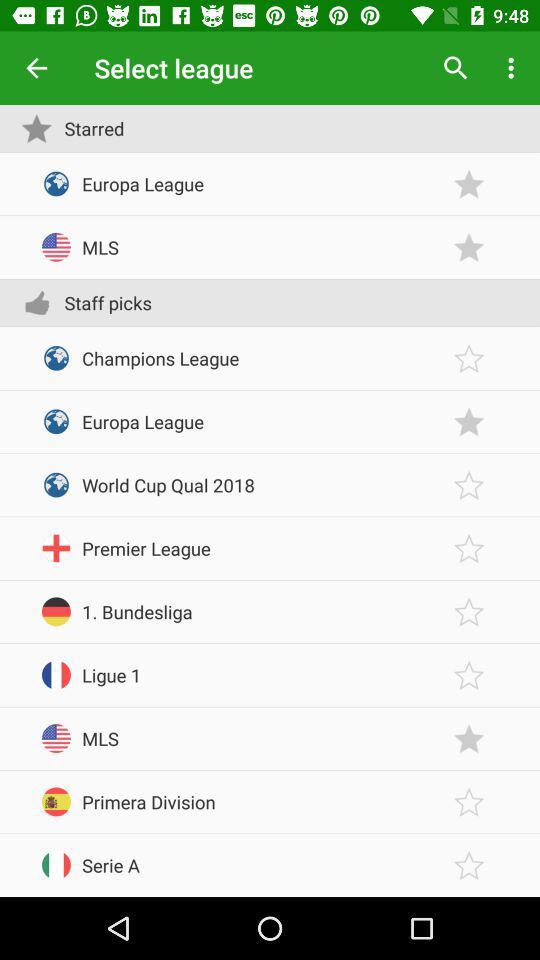 The image size is (540, 960). I want to click on star, so click(469, 675).